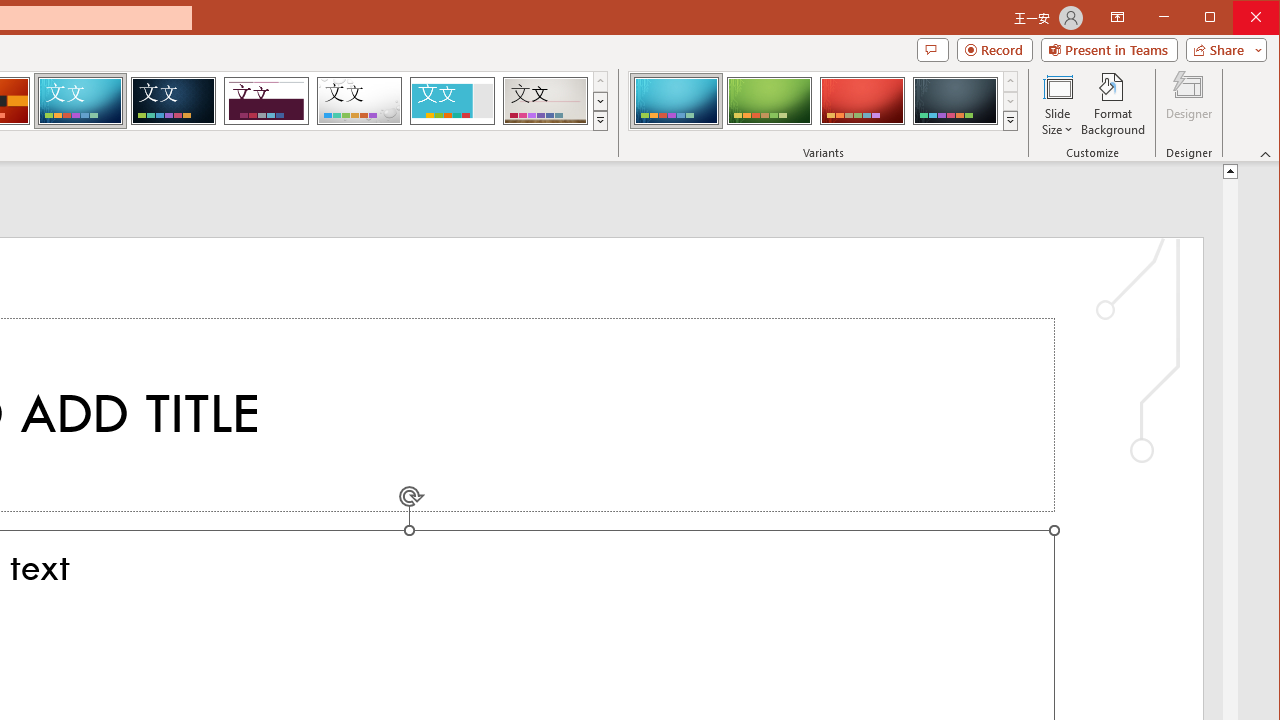 This screenshot has height=720, width=1280. What do you see at coordinates (1116, 18) in the screenshot?
I see `'Ribbon Display Options'` at bounding box center [1116, 18].